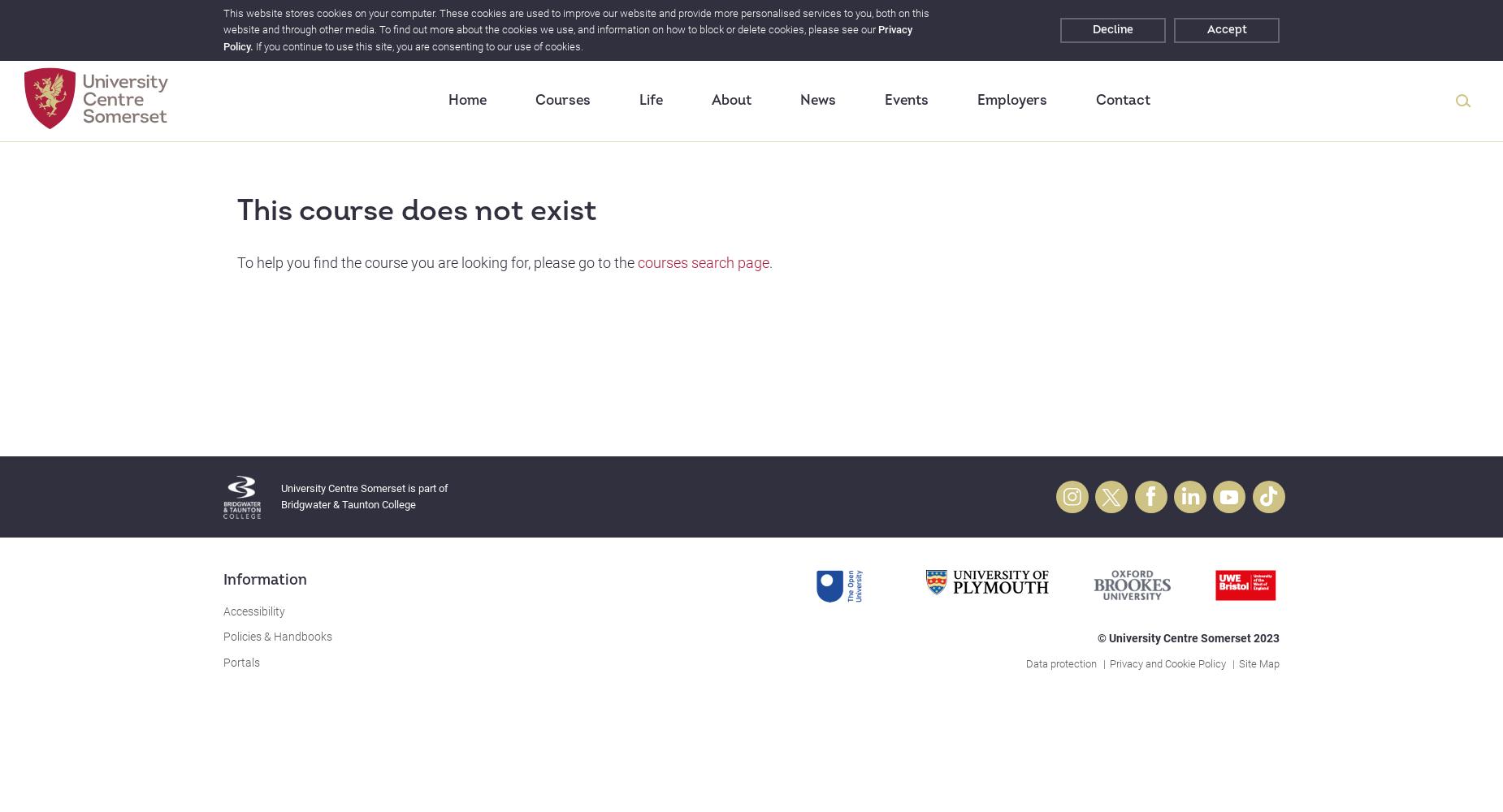 Image resolution: width=1503 pixels, height=812 pixels. I want to click on 'Events', so click(904, 99).